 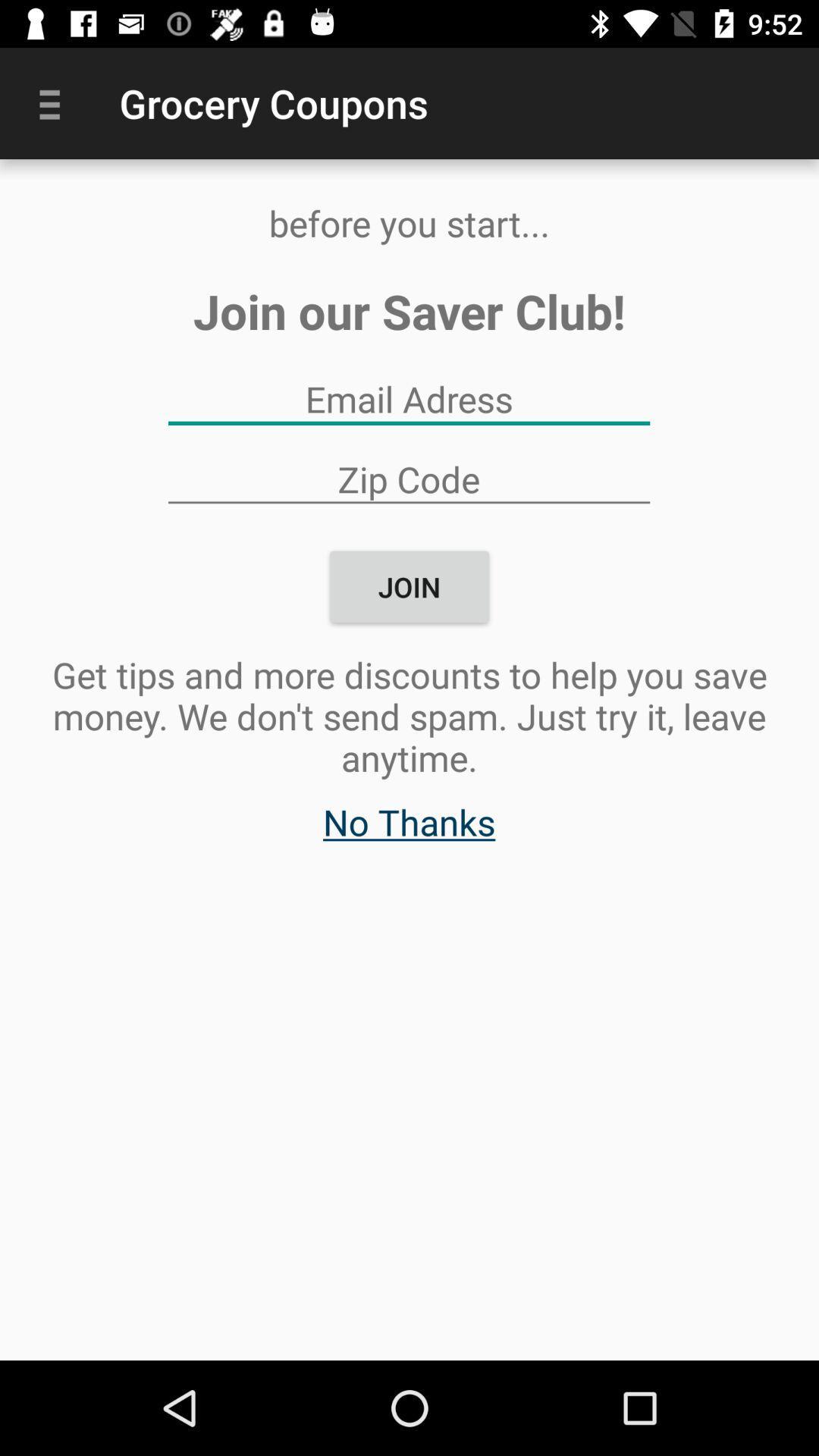 What do you see at coordinates (408, 829) in the screenshot?
I see `no thanks item` at bounding box center [408, 829].